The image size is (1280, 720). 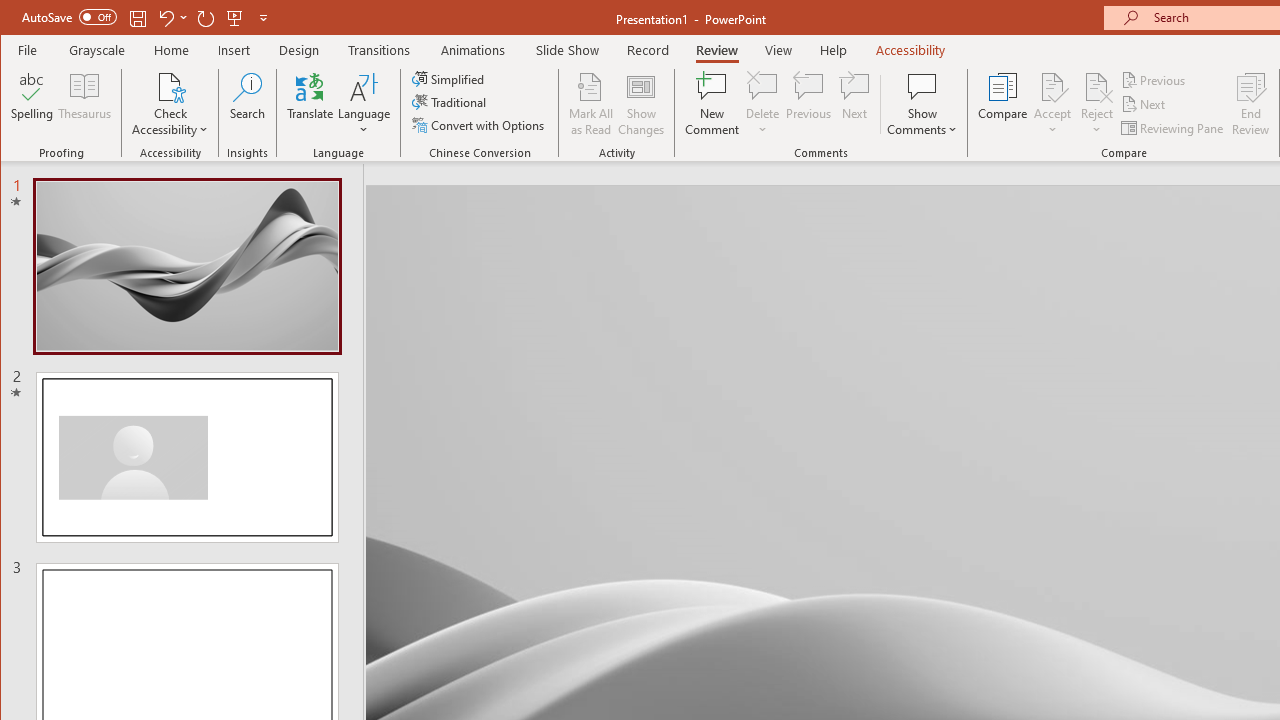 I want to click on 'Traditional', so click(x=450, y=102).